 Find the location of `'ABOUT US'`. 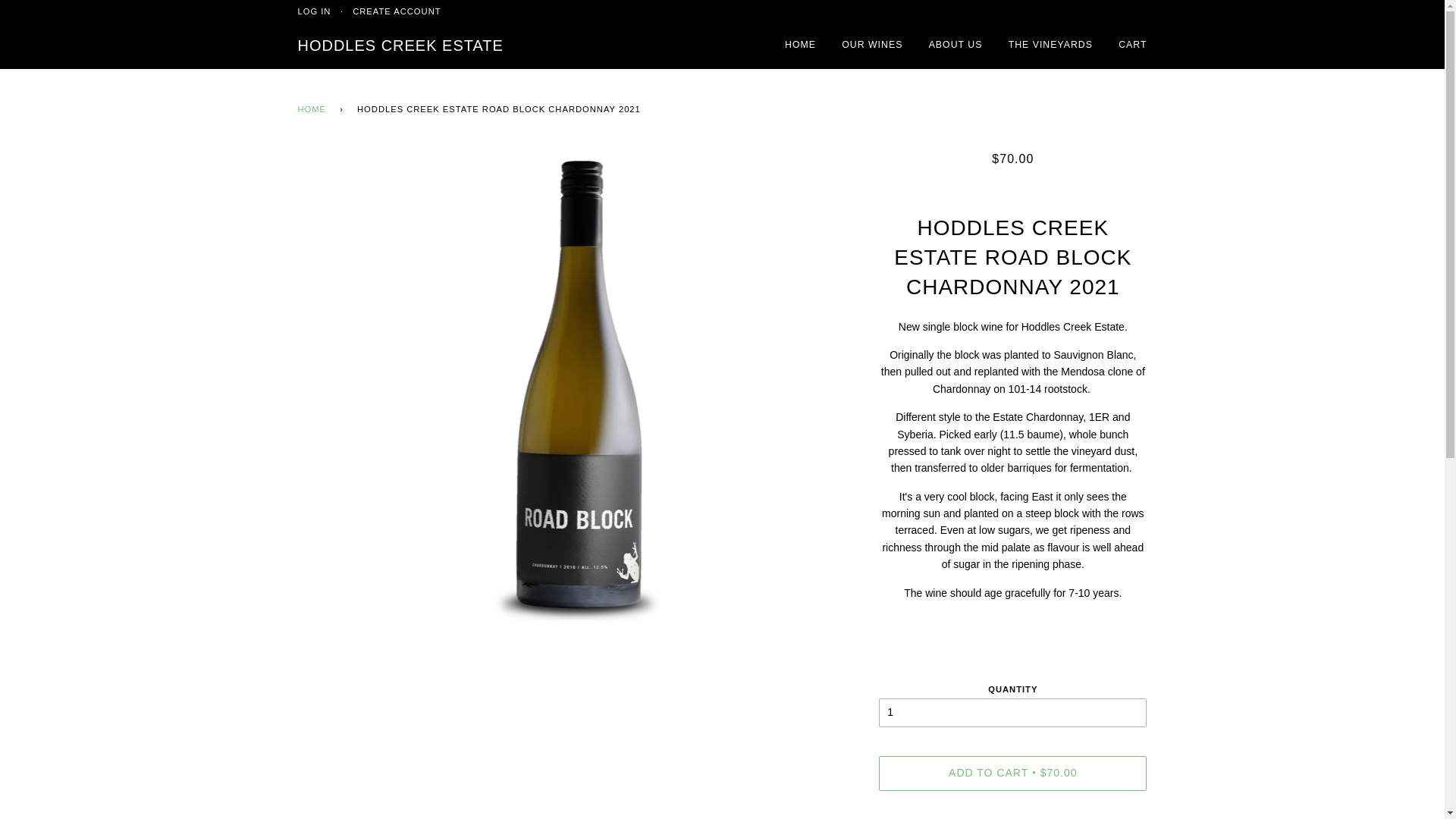

'ABOUT US' is located at coordinates (955, 45).